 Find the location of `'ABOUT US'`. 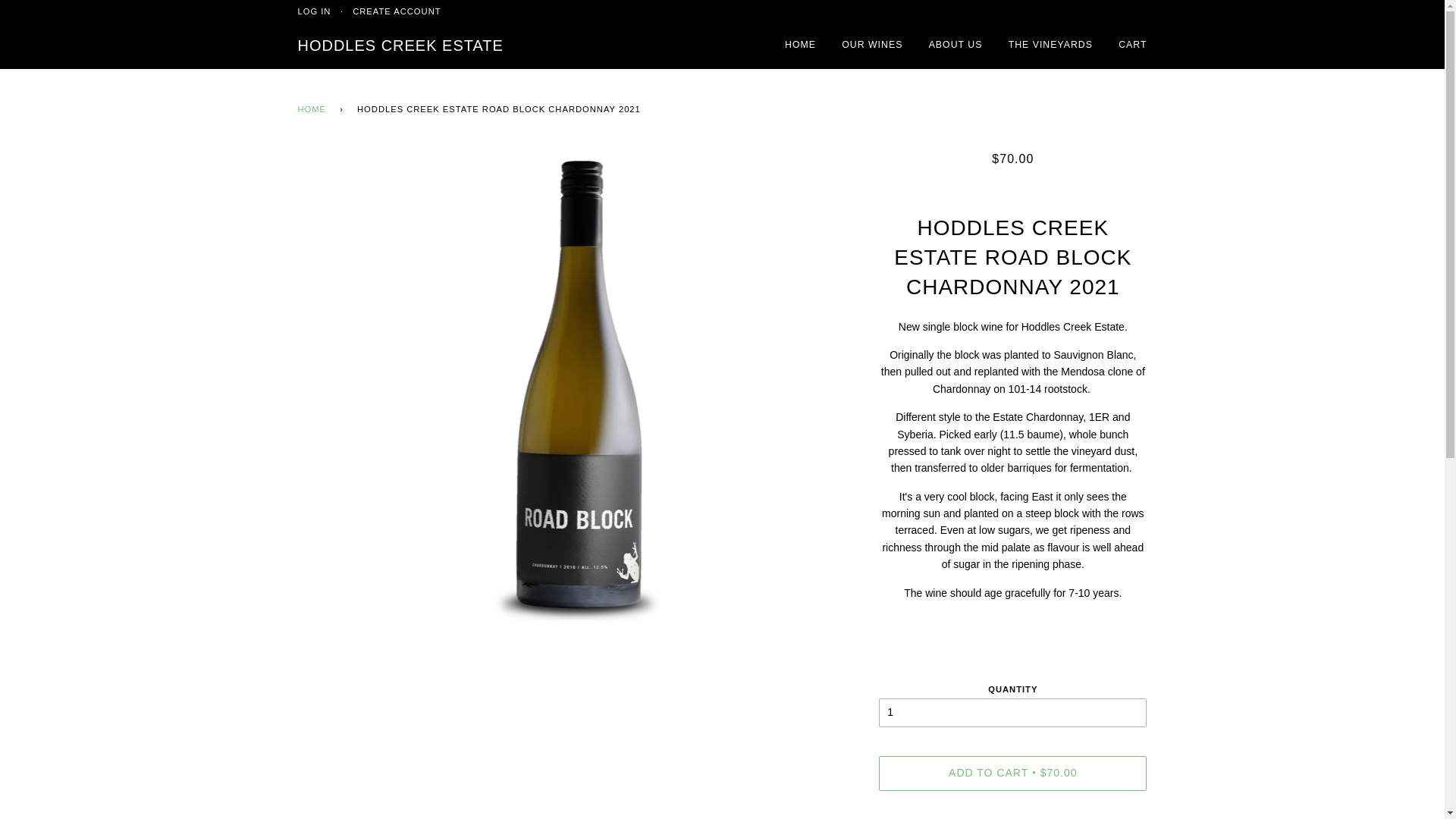

'ABOUT US' is located at coordinates (955, 45).